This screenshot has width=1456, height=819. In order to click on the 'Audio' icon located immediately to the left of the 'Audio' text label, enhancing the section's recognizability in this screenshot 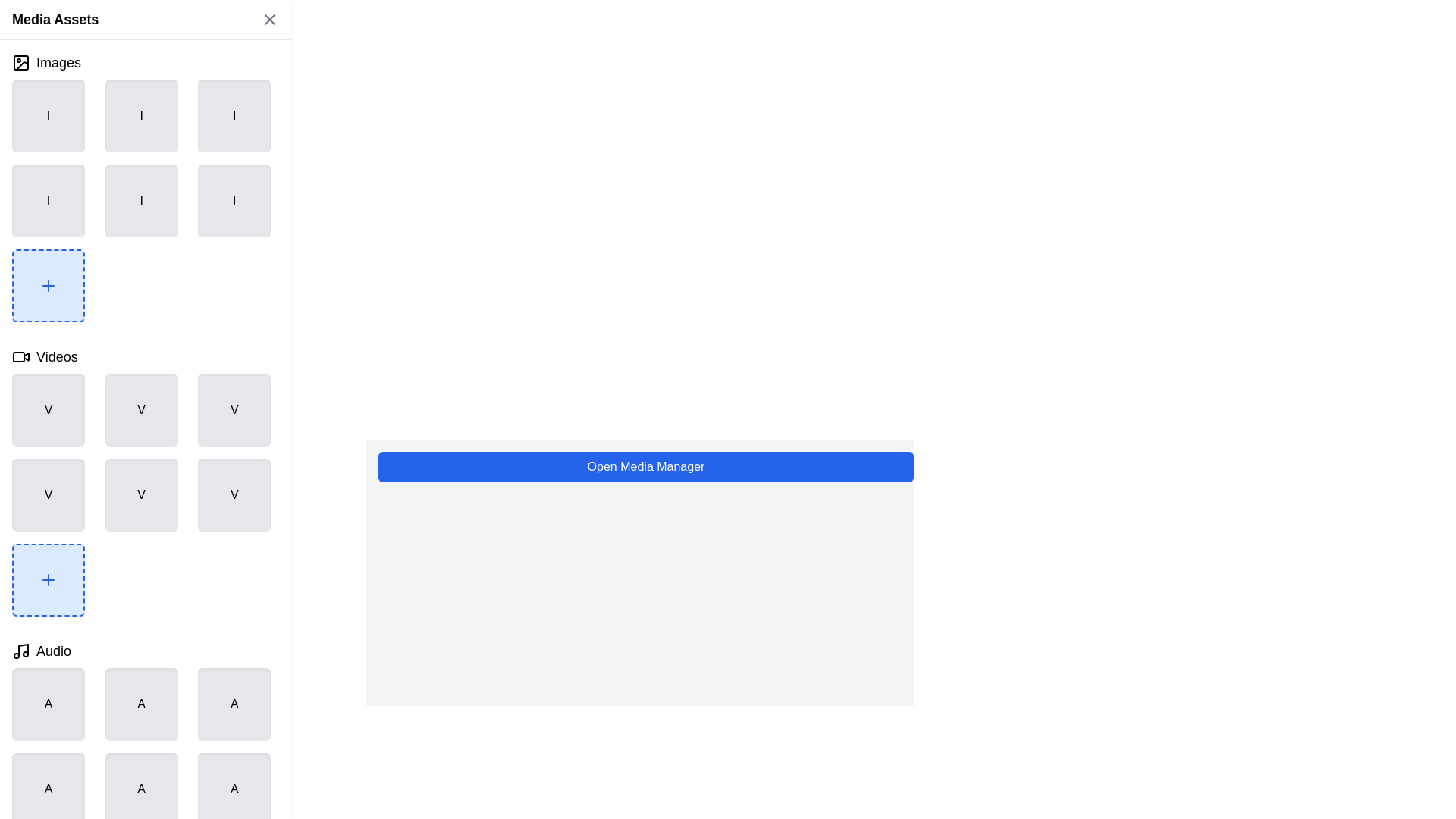, I will do `click(21, 651)`.